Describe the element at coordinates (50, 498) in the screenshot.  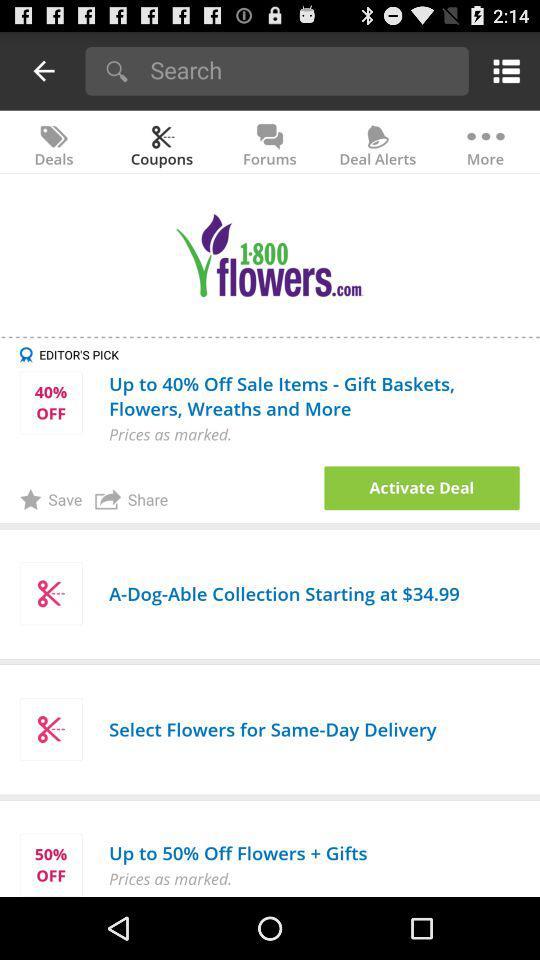
I see `app next to the share` at that location.